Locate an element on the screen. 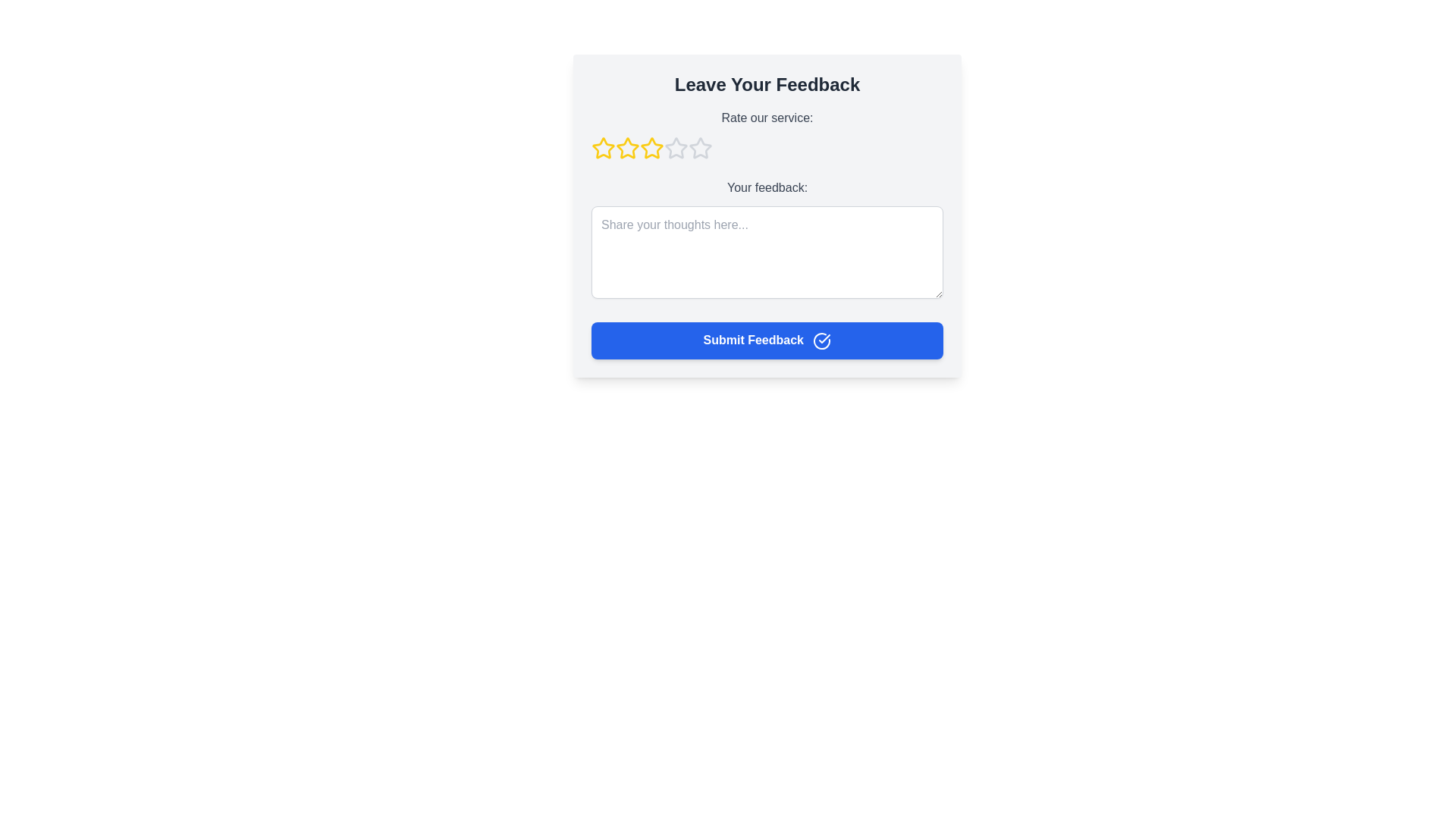 Image resolution: width=1456 pixels, height=819 pixels. the label text that serves as a prompt for the multiline text input field, located in the mid-section of the form just below the star rating input is located at coordinates (767, 187).